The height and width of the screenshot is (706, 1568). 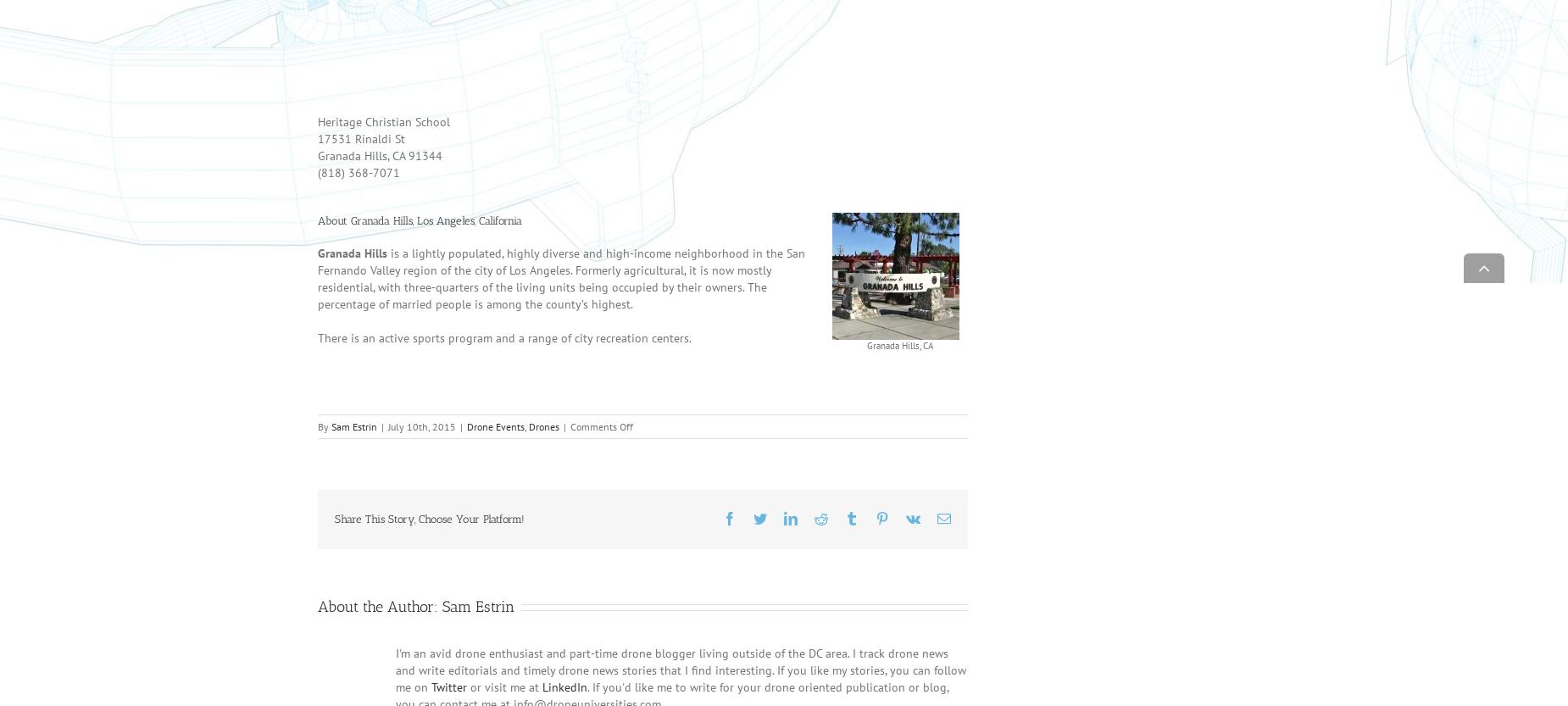 I want to click on 'July 10th, 2015', so click(x=387, y=449).